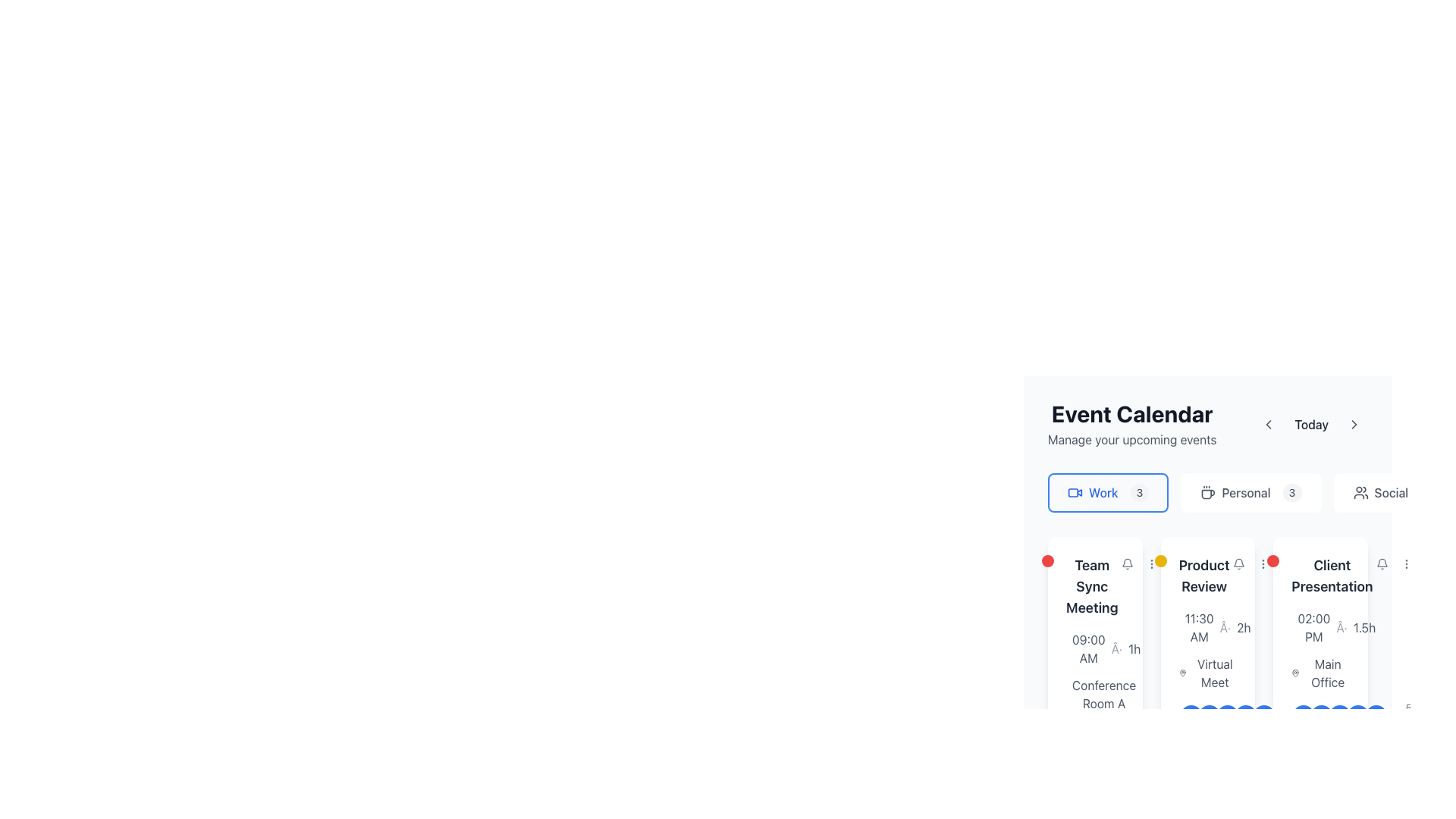  Describe the element at coordinates (1364, 628) in the screenshot. I see `the text label displaying '1.5h' in gray font, which is positioned below the event time '02:00 PM' on the rightmost event card in the event calendar interface` at that location.